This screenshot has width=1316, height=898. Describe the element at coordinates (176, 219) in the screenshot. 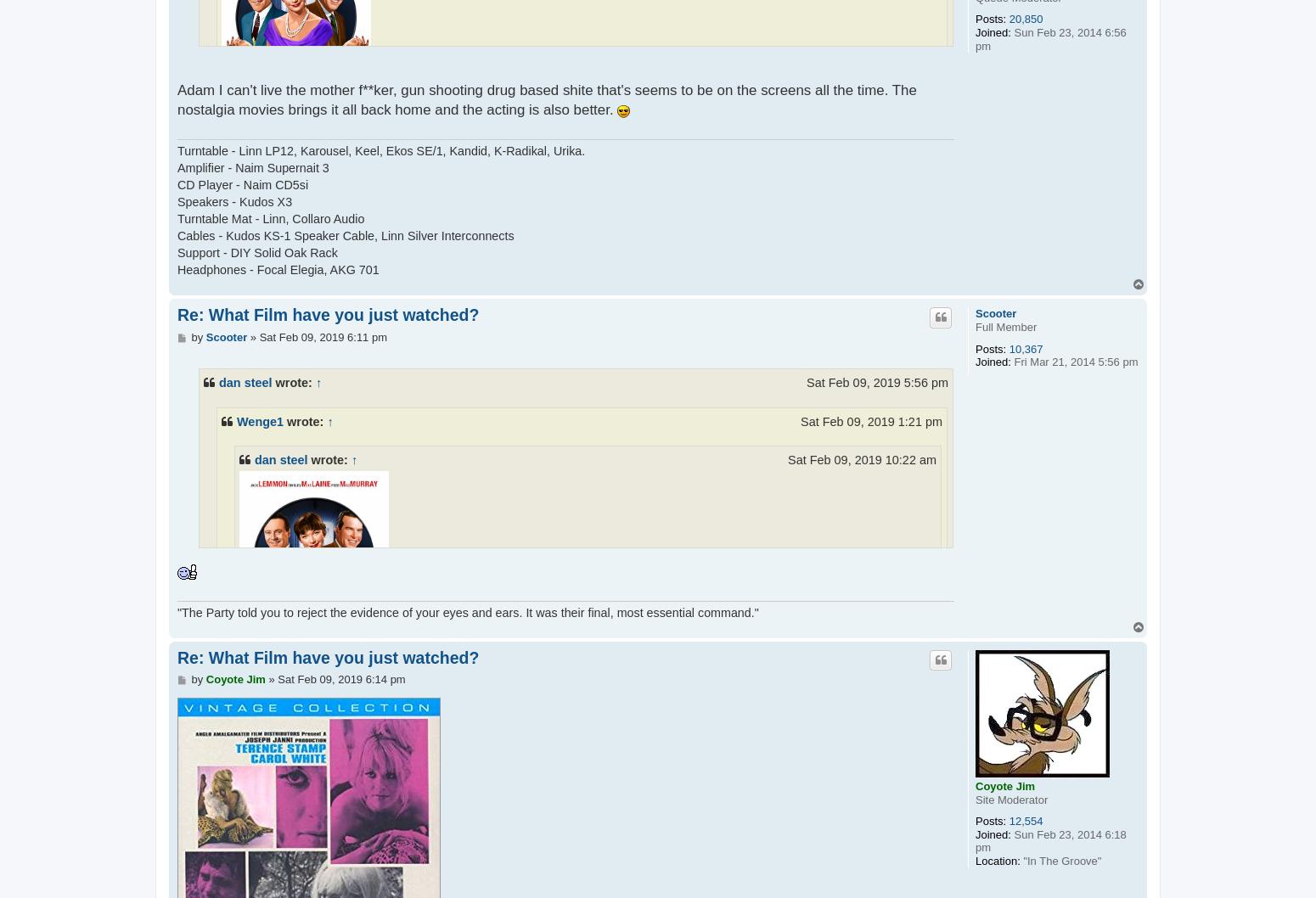

I see `'Turntable Mat - Linn, Collaro Audio'` at that location.